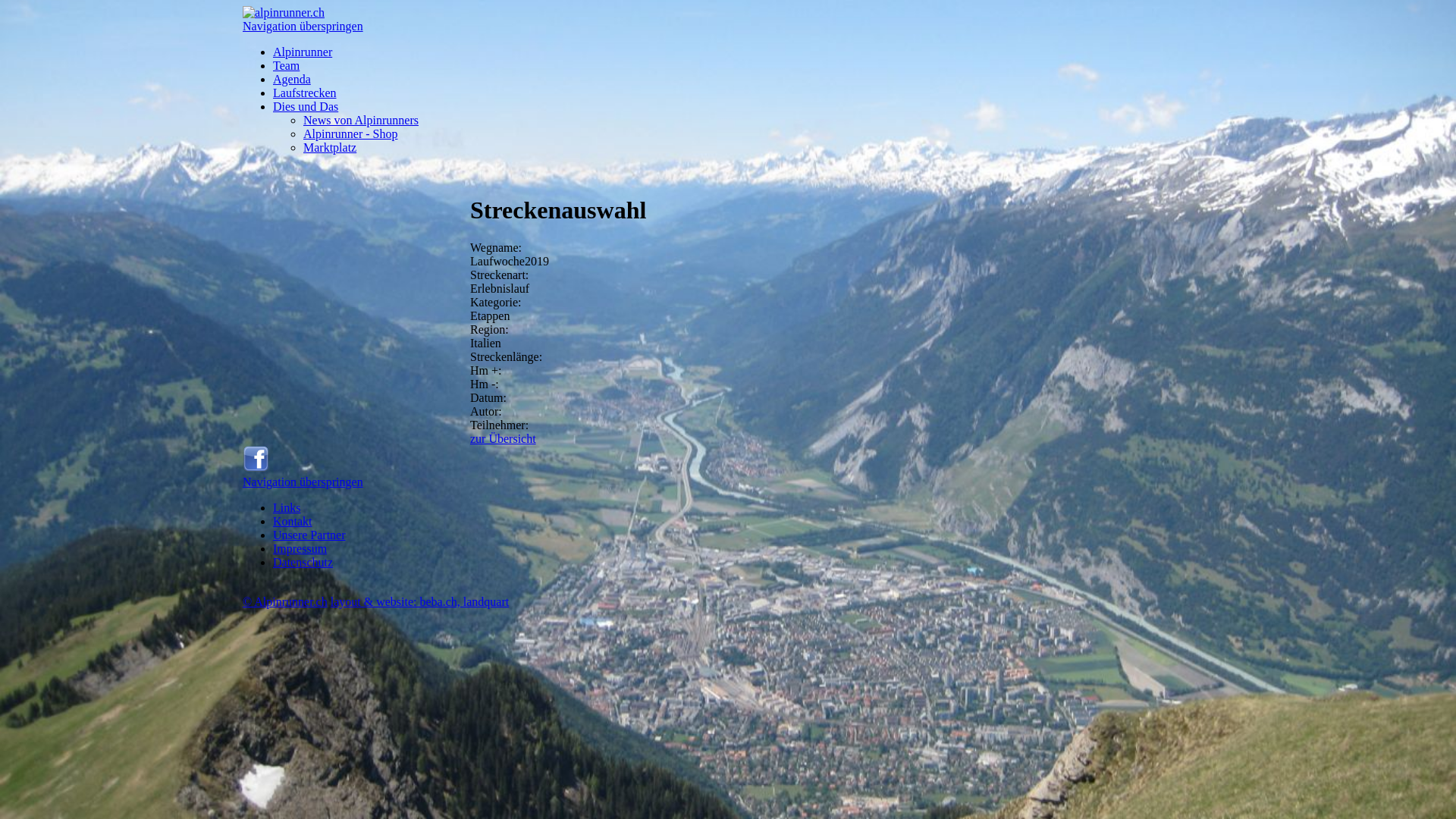 This screenshot has height=819, width=1456. Describe the element at coordinates (330, 601) in the screenshot. I see `'layout & website: beba.ch, landquart'` at that location.